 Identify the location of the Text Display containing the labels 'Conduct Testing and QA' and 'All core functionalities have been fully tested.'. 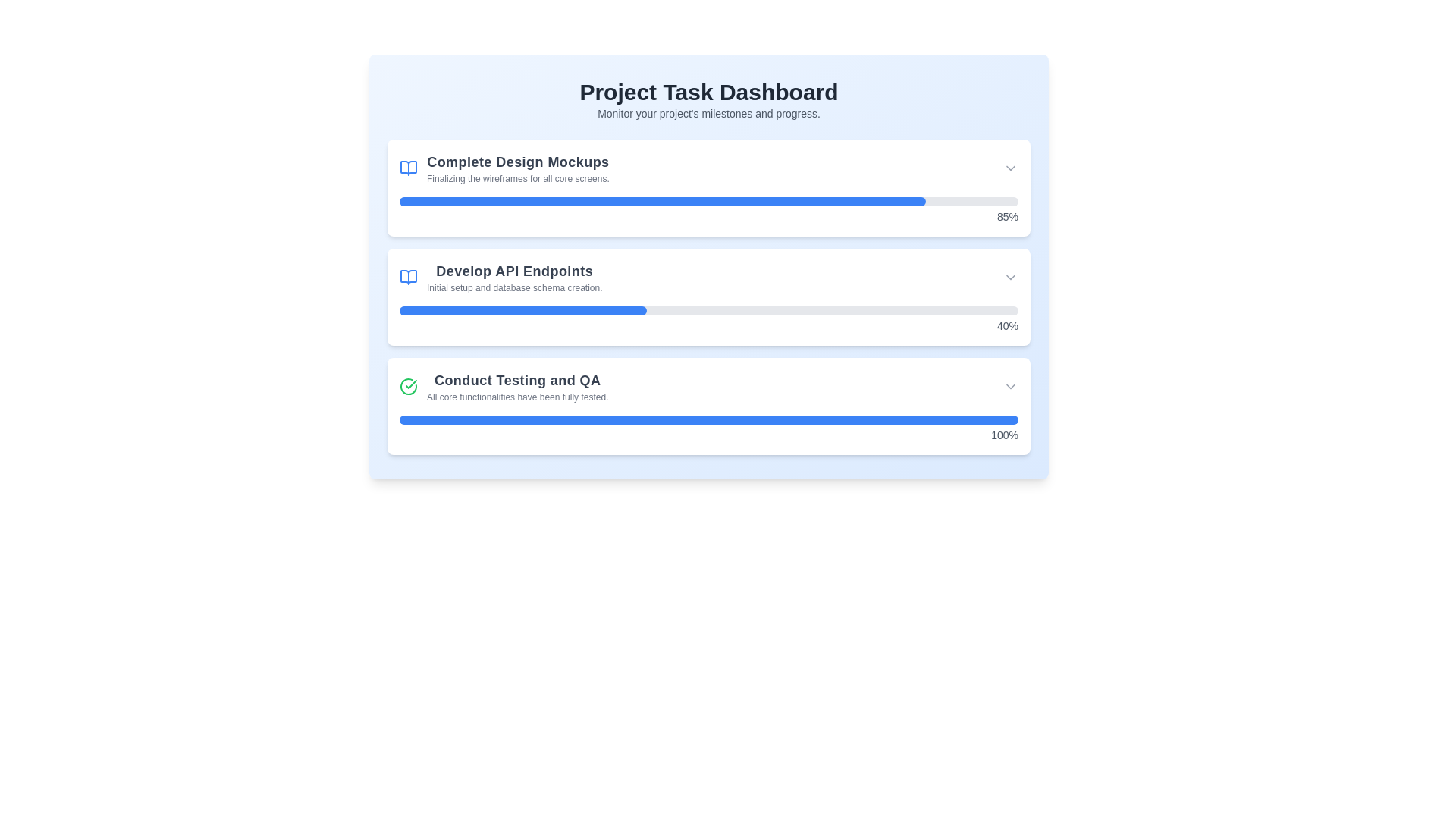
(517, 385).